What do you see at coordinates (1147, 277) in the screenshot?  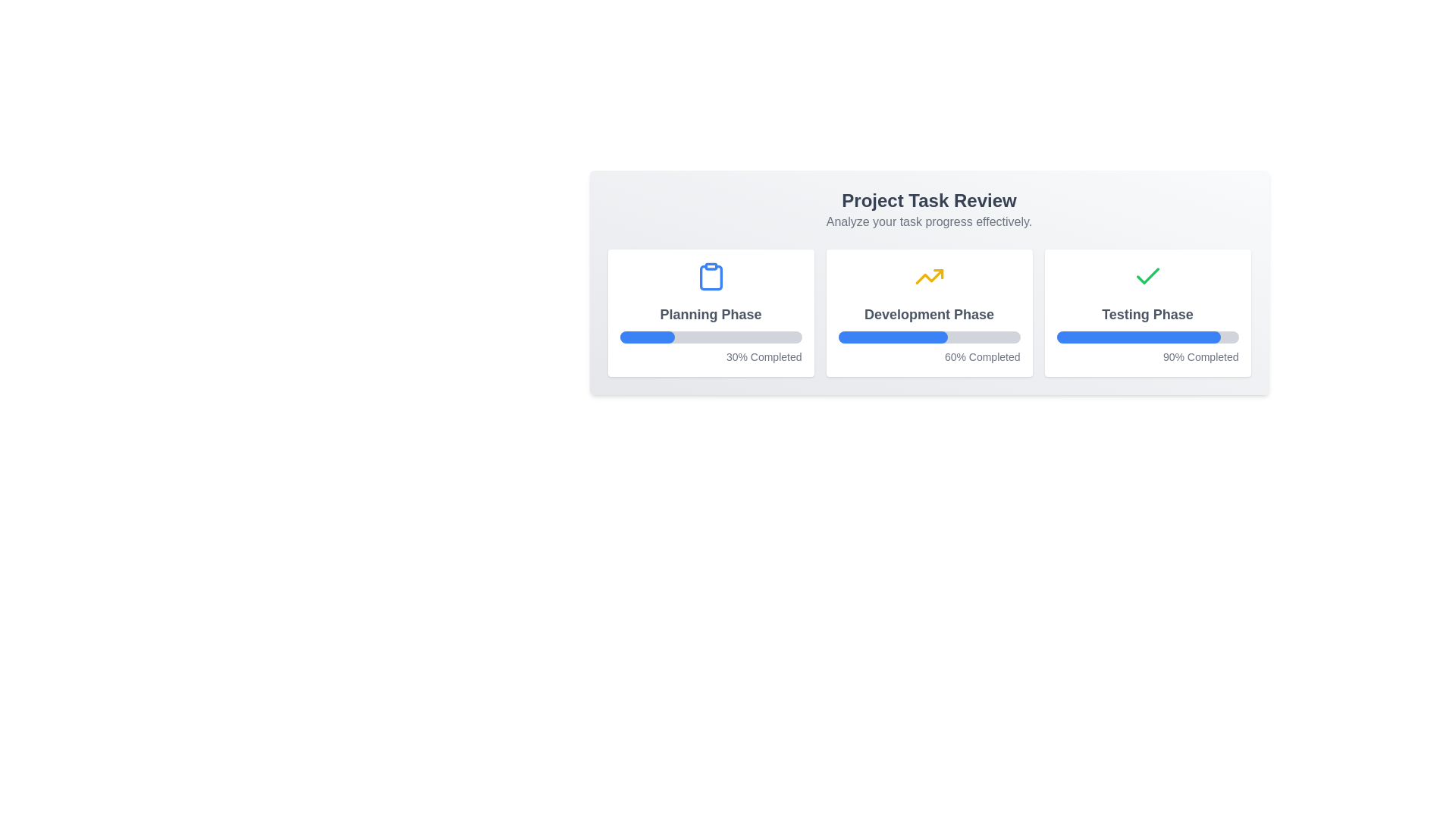 I see `the green checkmark icon indicating a completed task, located in the 'Testing Phase' section of the task review interface` at bounding box center [1147, 277].